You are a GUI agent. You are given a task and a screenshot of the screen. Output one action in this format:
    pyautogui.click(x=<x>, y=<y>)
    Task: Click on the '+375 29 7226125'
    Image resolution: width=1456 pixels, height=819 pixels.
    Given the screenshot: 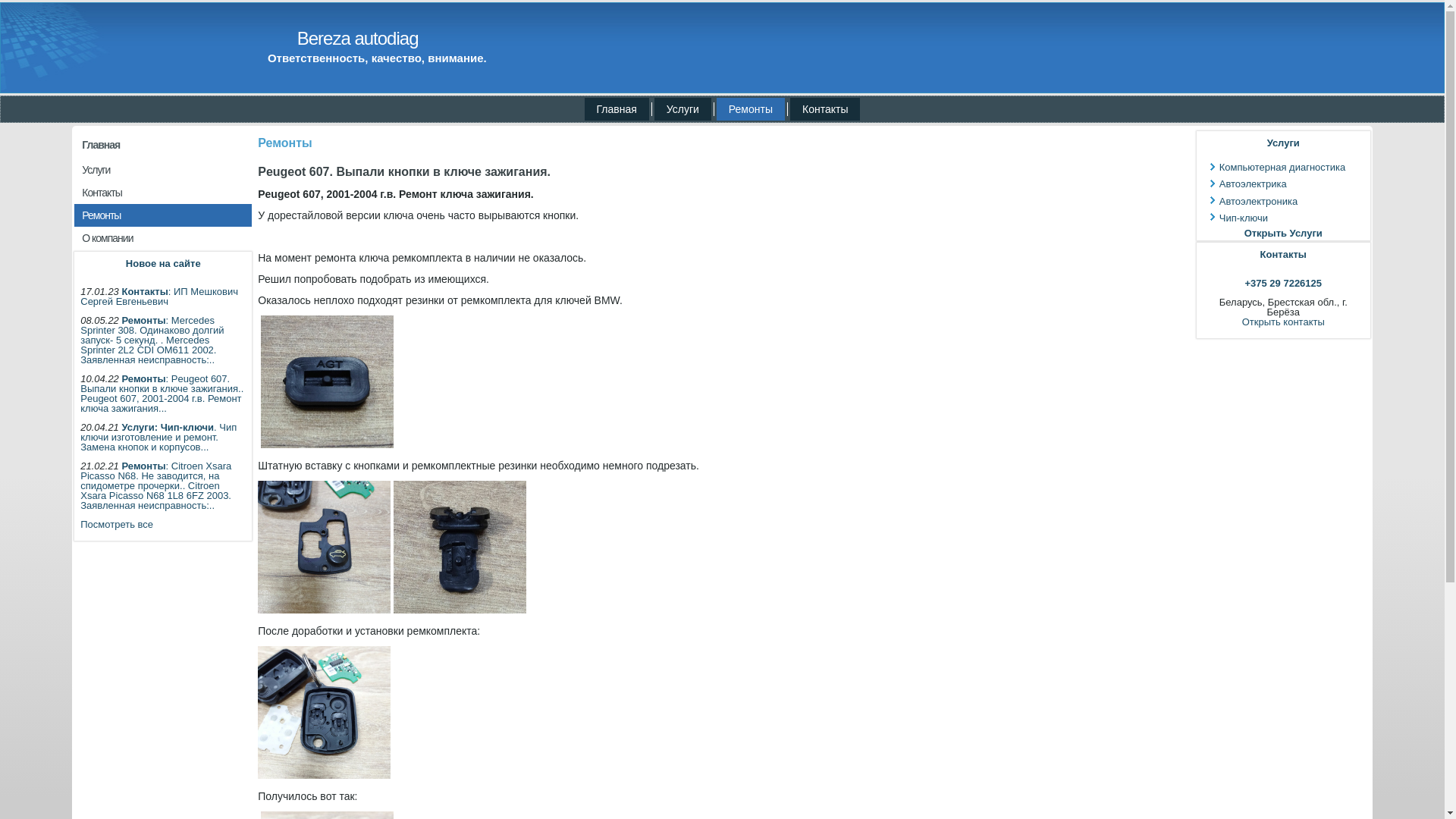 What is the action you would take?
    pyautogui.click(x=1282, y=283)
    